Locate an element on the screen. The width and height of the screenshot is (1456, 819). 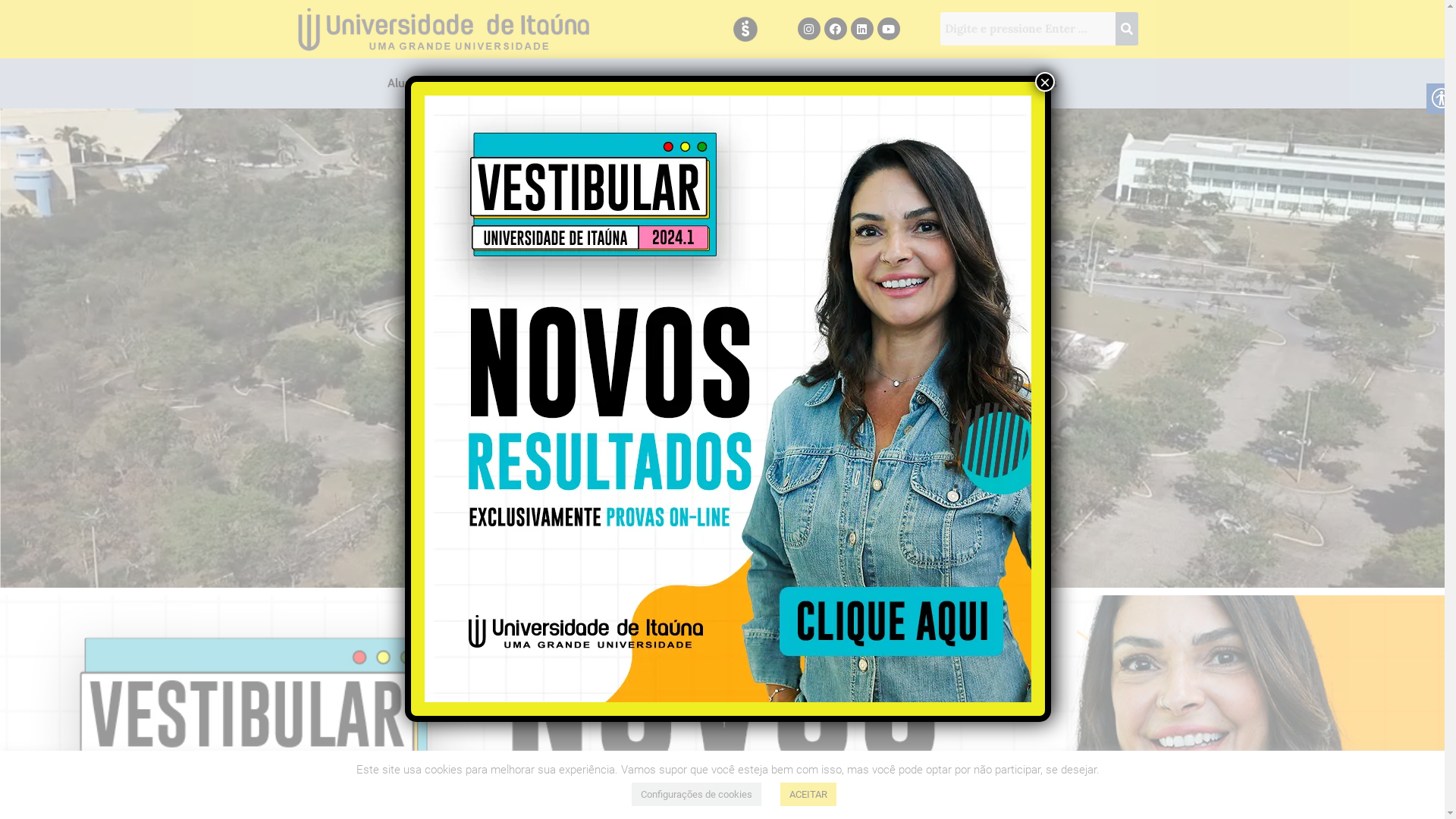
'Biblioteca' is located at coordinates (677, 83).